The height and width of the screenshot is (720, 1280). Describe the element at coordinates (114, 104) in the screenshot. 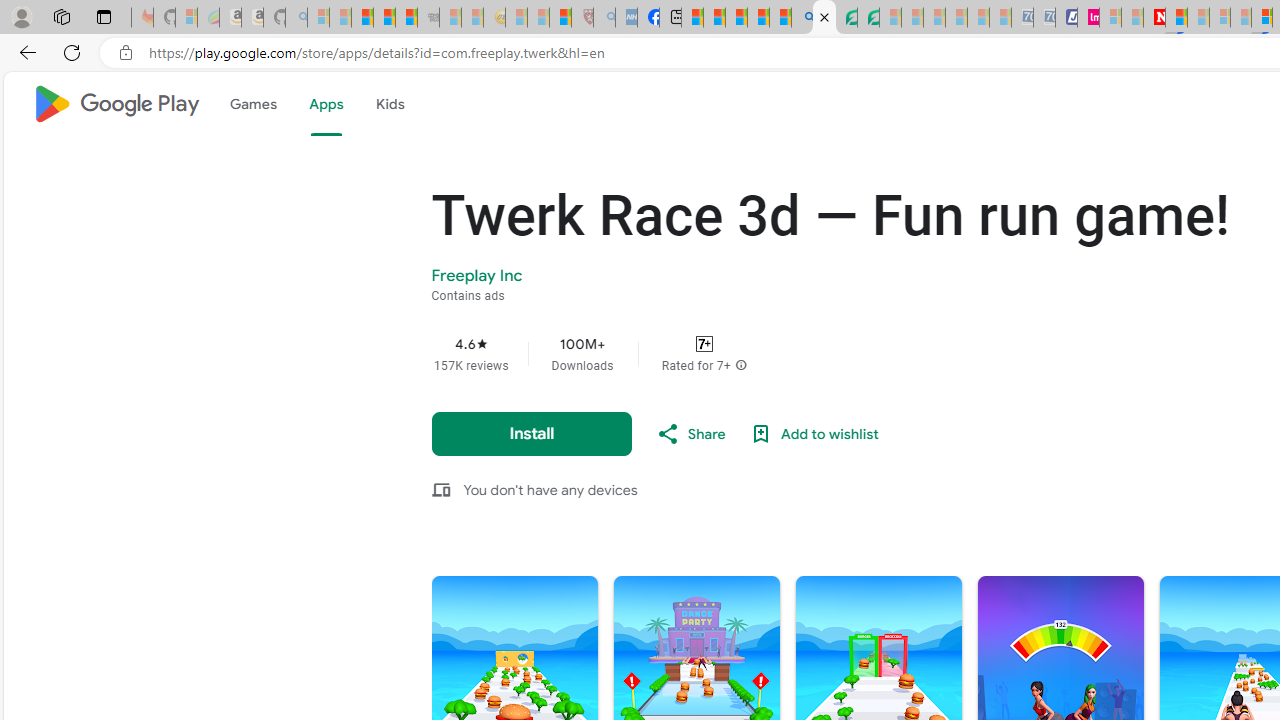

I see `'Google Play logo'` at that location.